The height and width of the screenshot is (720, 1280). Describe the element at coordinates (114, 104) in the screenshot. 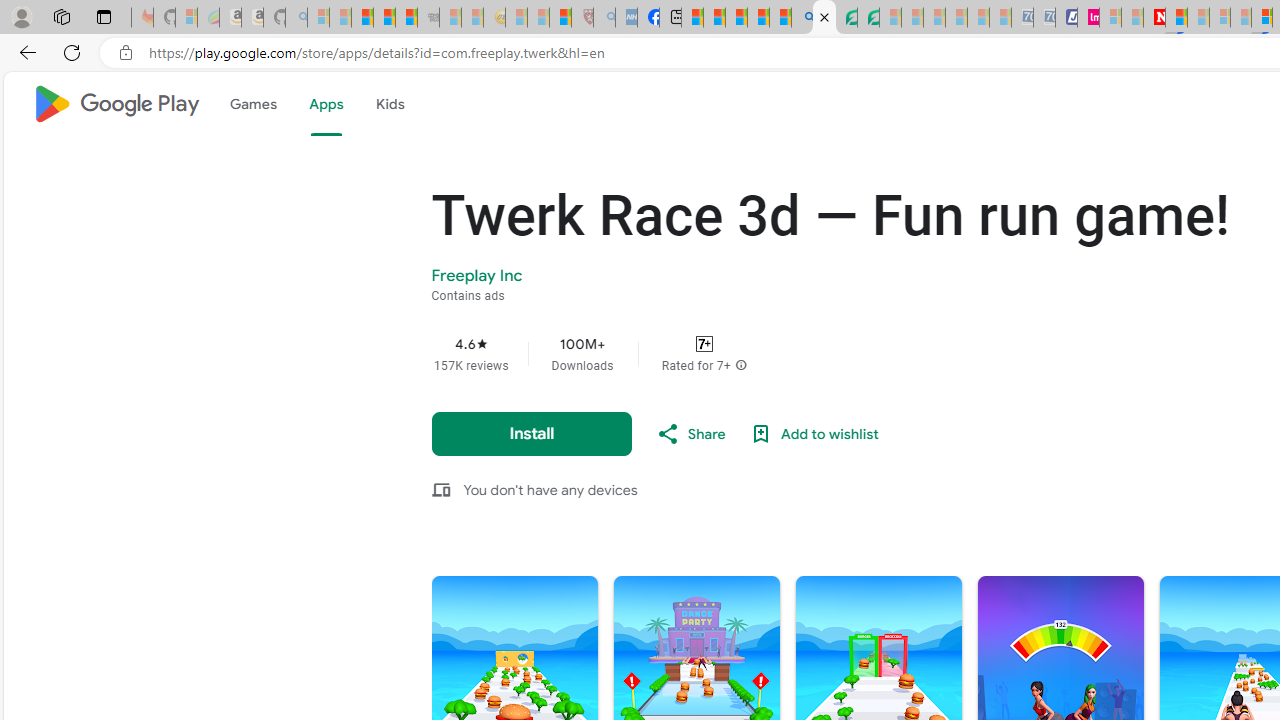

I see `'Google Play logo'` at that location.